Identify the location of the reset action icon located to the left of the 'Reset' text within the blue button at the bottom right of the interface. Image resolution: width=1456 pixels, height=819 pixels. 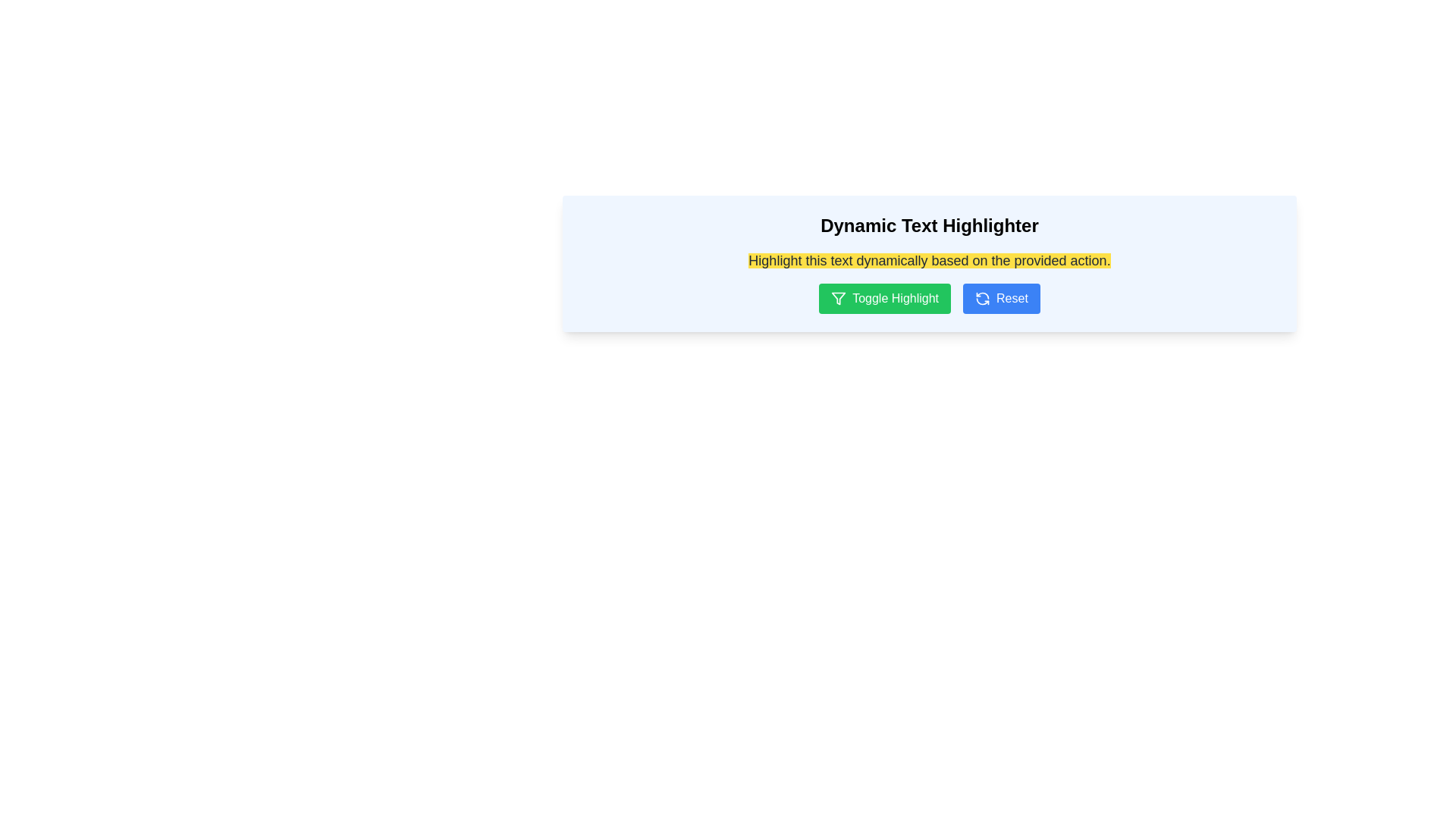
(983, 298).